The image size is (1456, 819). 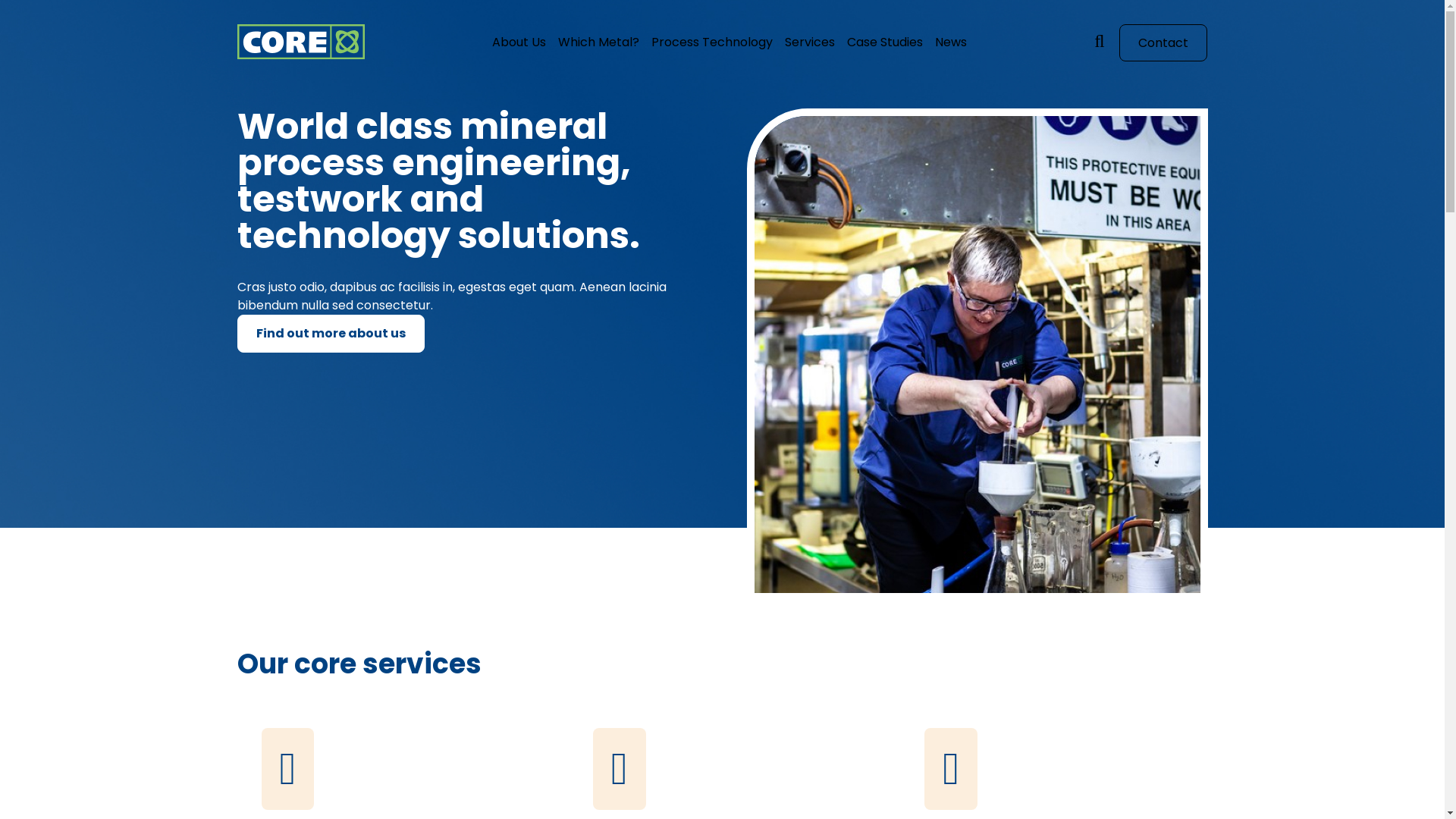 What do you see at coordinates (1119, 42) in the screenshot?
I see `'Contact'` at bounding box center [1119, 42].